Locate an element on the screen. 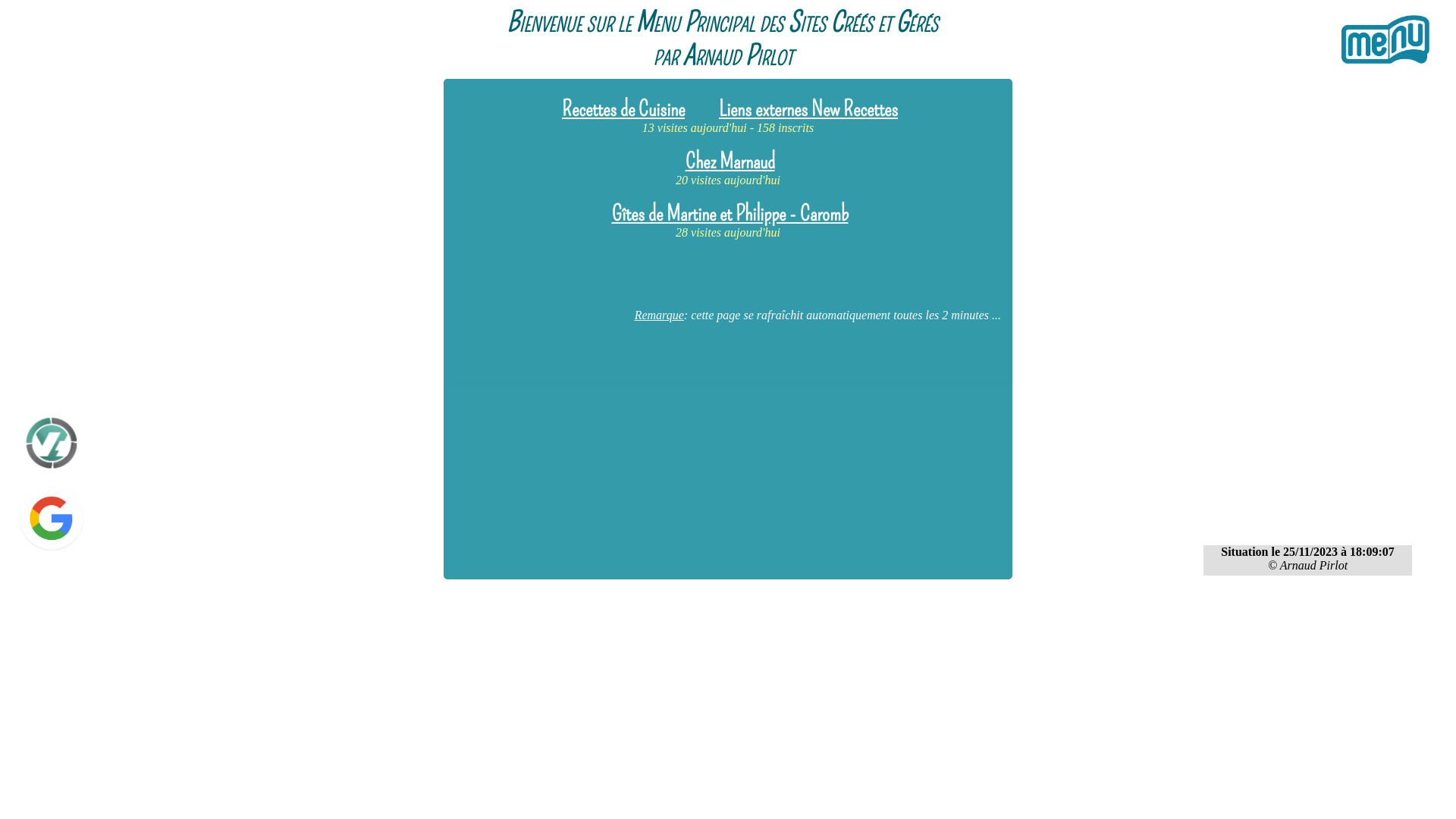  'Google' is located at coordinates (14, 519).